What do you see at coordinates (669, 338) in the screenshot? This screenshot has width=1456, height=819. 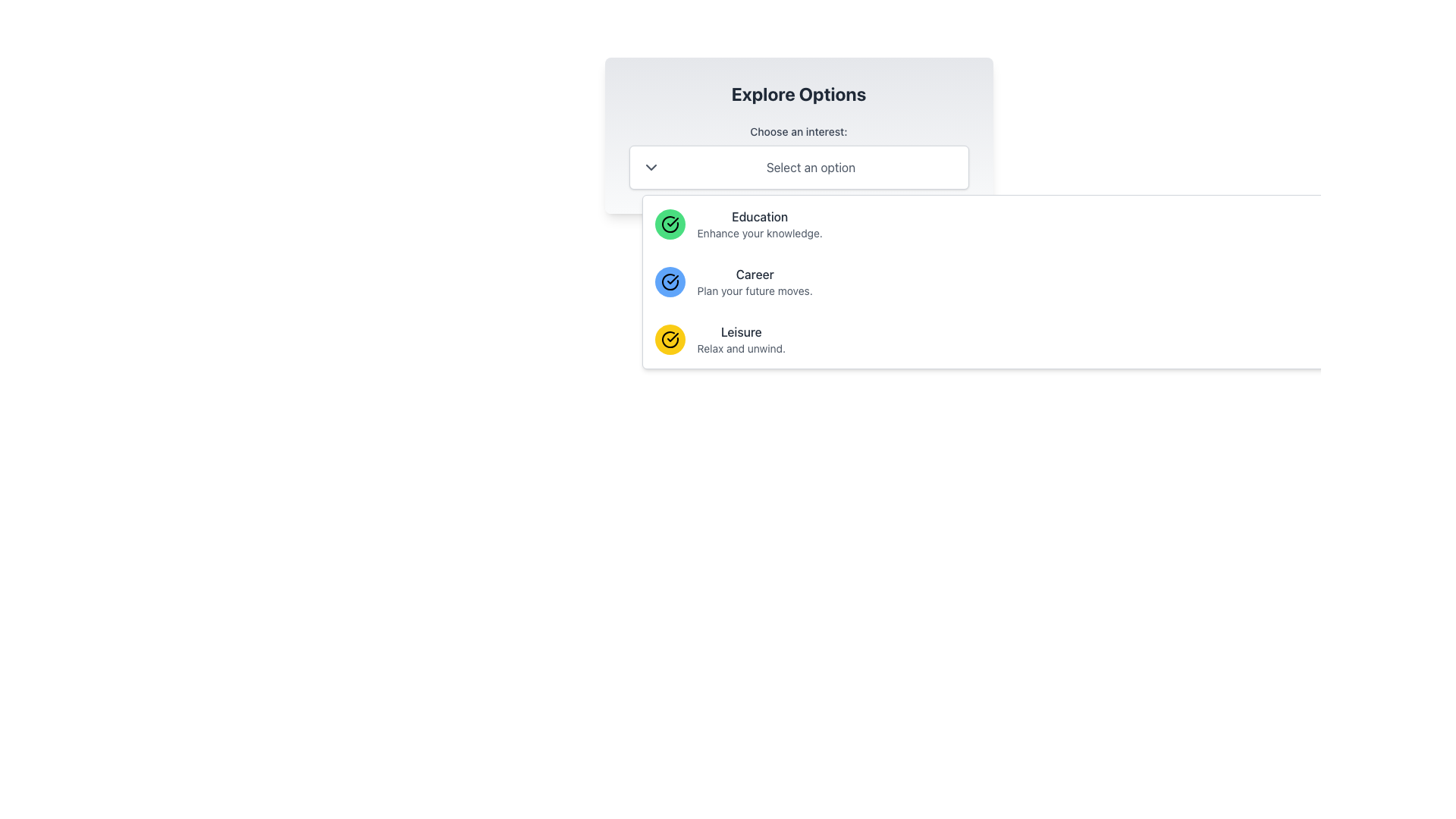 I see `the Leisure category icon, which is the third icon in a vertically stacked list of selectable options, positioned to the left of the text 'Leisure' and 'Relax and unwind.'` at bounding box center [669, 338].